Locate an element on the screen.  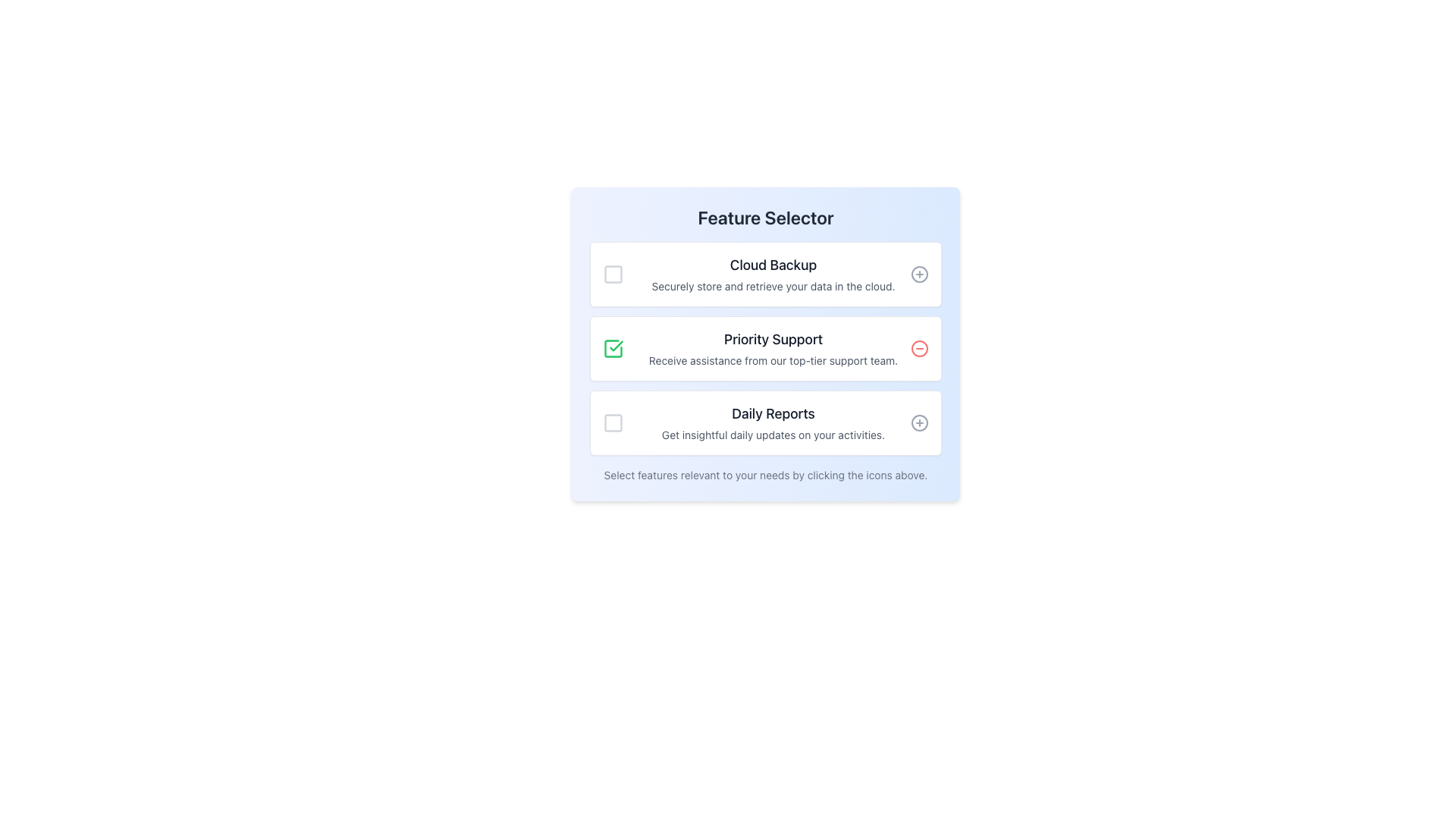
the static text that reads 'Receive assistance from our top-tier support team', which is located directly under the 'Priority Support' headline in the middle card of the Feature Selector section is located at coordinates (773, 360).